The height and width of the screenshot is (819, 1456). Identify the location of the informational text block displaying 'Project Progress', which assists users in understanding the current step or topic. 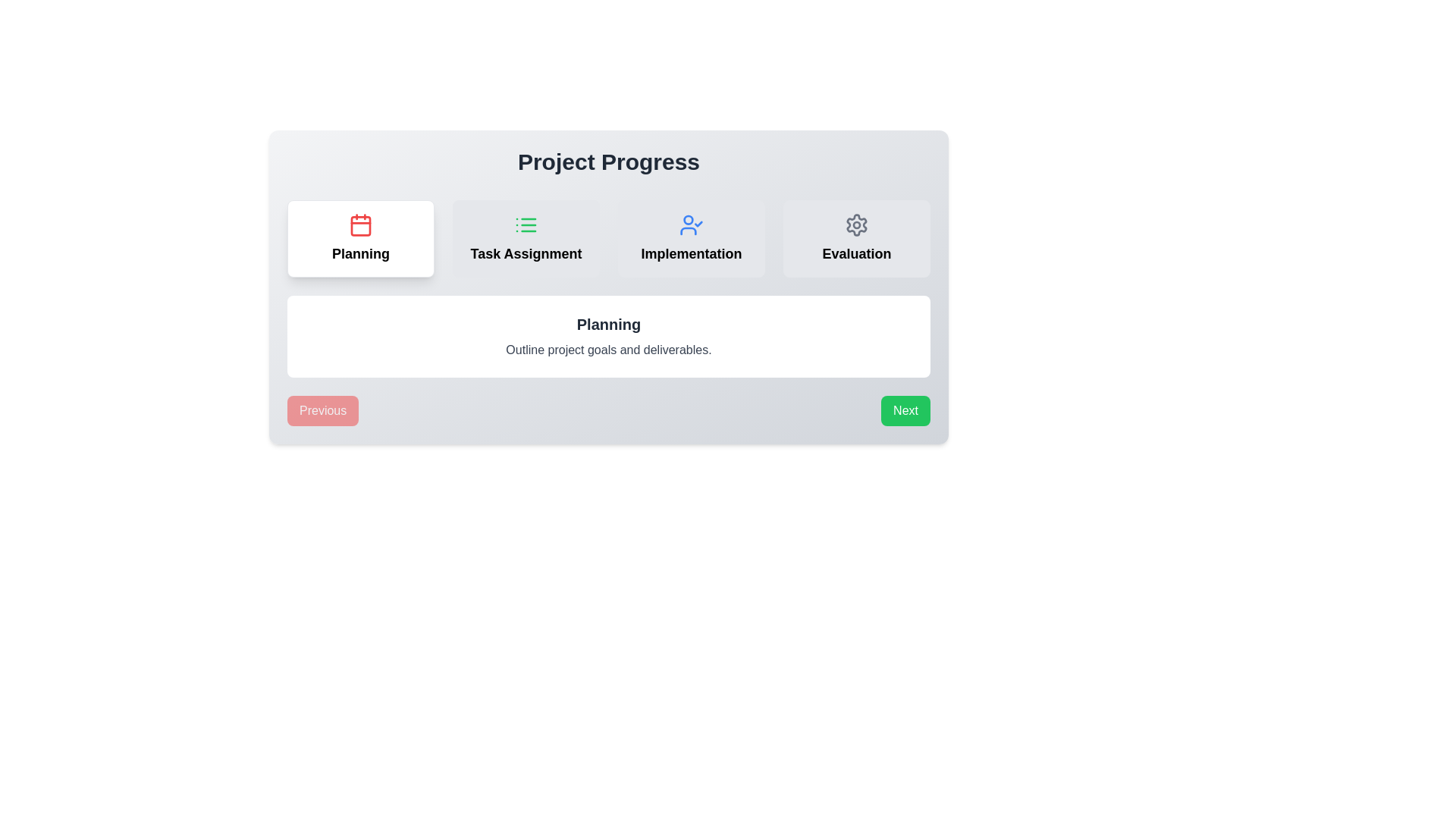
(608, 335).